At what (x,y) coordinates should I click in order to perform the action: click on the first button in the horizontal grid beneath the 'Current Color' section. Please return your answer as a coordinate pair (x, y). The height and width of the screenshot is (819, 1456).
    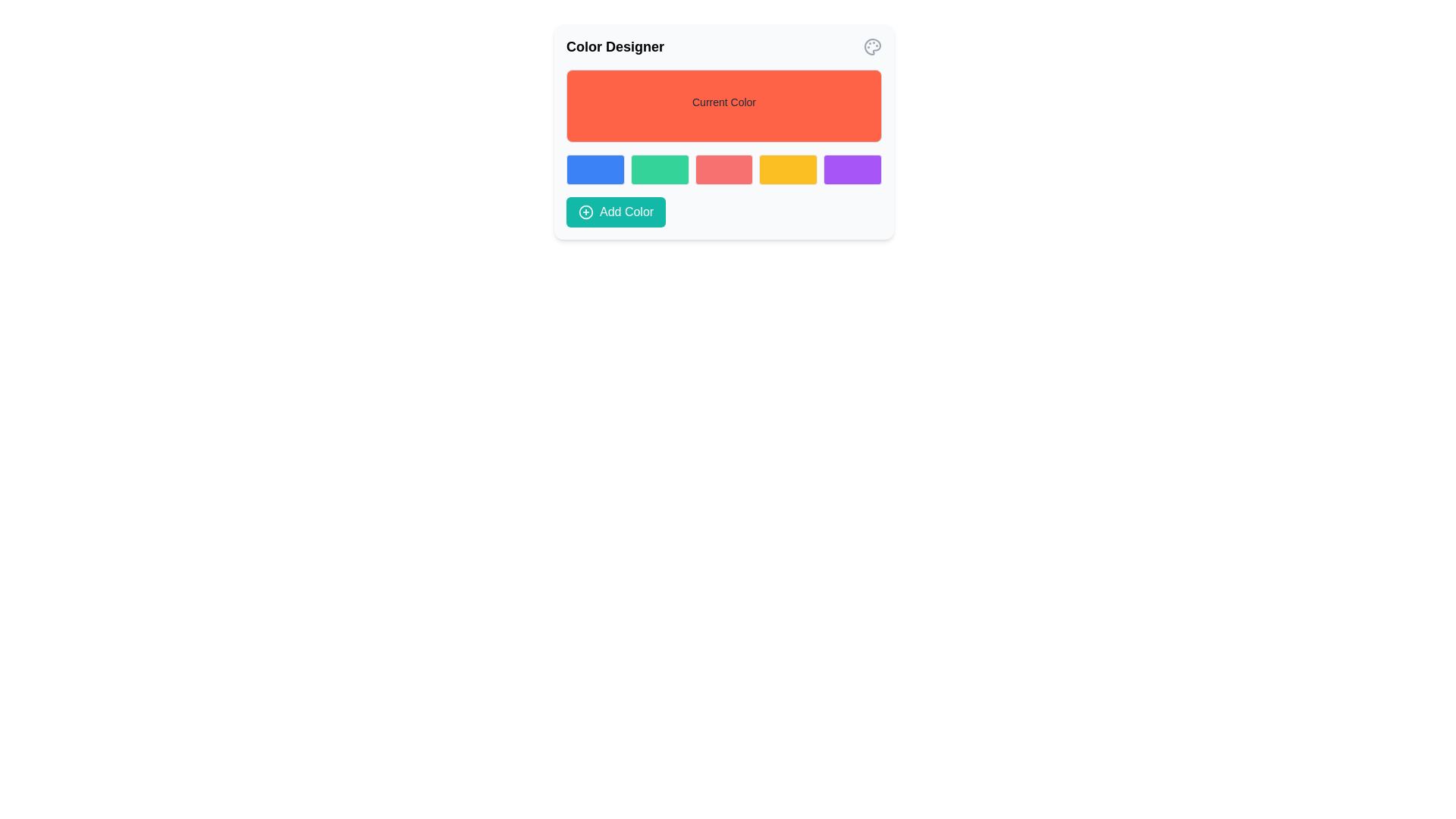
    Looking at the image, I should click on (595, 169).